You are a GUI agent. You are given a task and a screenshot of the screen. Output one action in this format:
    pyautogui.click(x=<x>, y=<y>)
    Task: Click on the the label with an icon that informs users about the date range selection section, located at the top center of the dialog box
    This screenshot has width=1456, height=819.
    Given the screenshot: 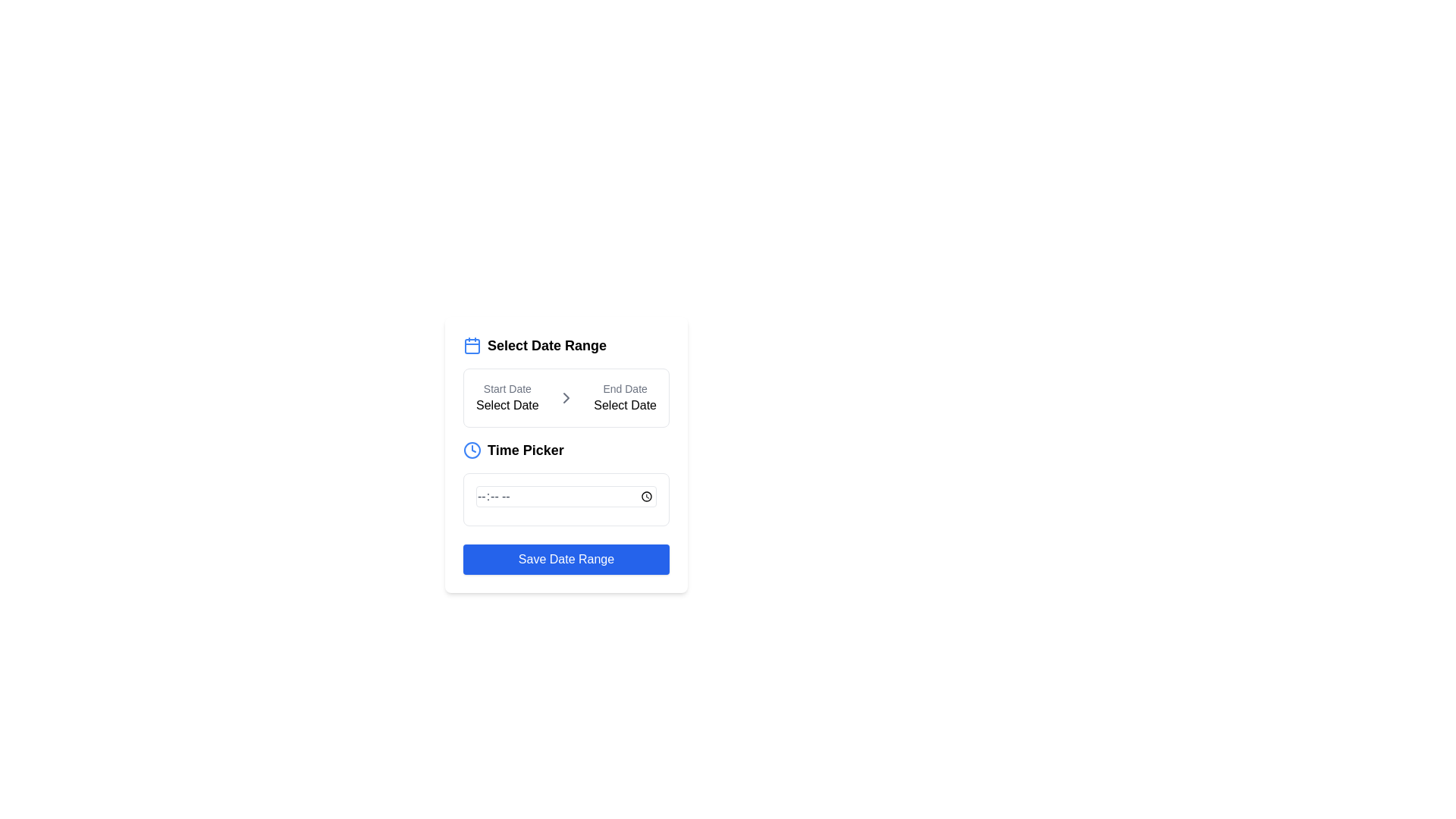 What is the action you would take?
    pyautogui.click(x=566, y=345)
    